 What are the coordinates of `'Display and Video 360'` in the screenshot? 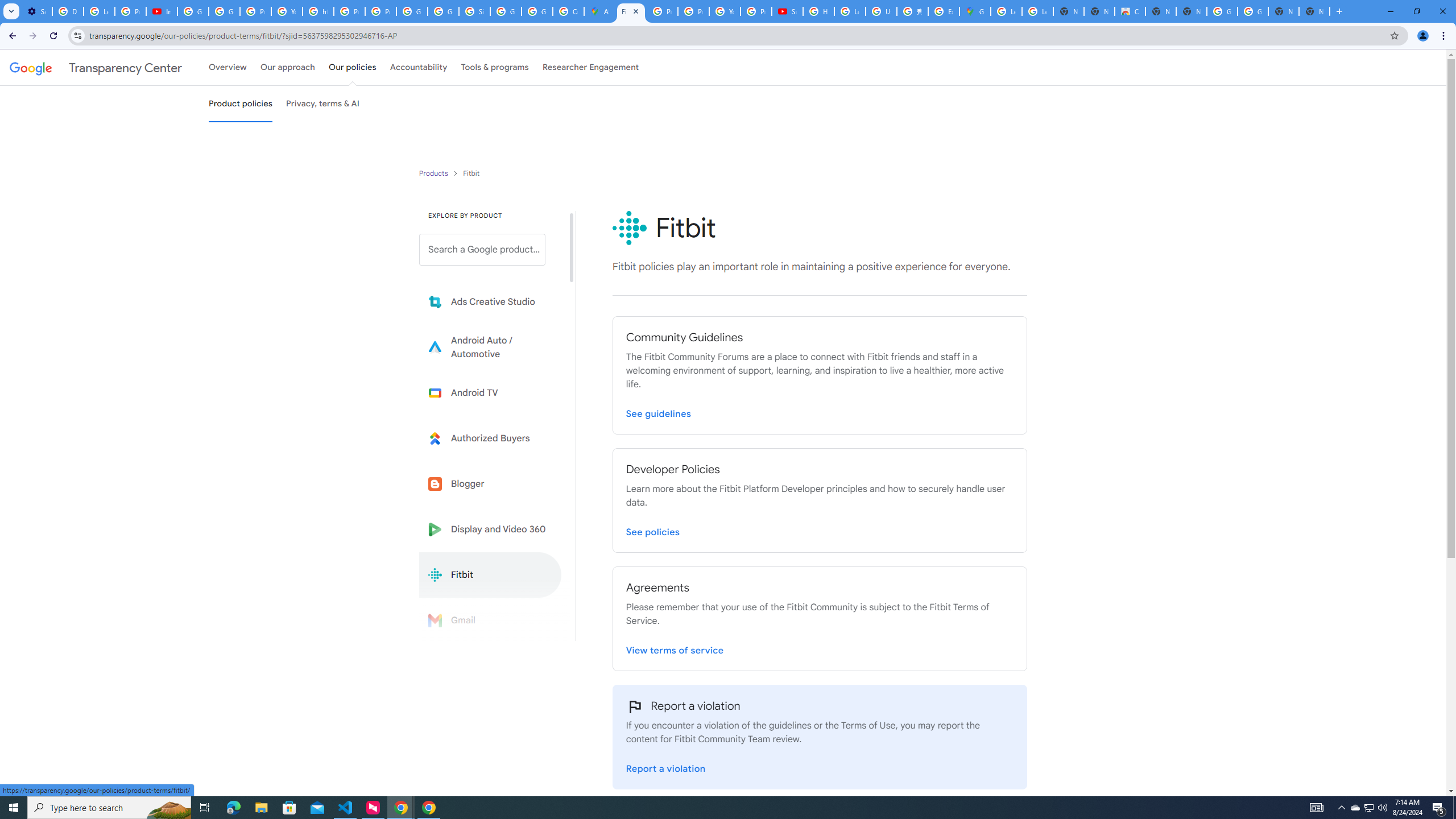 It's located at (490, 529).